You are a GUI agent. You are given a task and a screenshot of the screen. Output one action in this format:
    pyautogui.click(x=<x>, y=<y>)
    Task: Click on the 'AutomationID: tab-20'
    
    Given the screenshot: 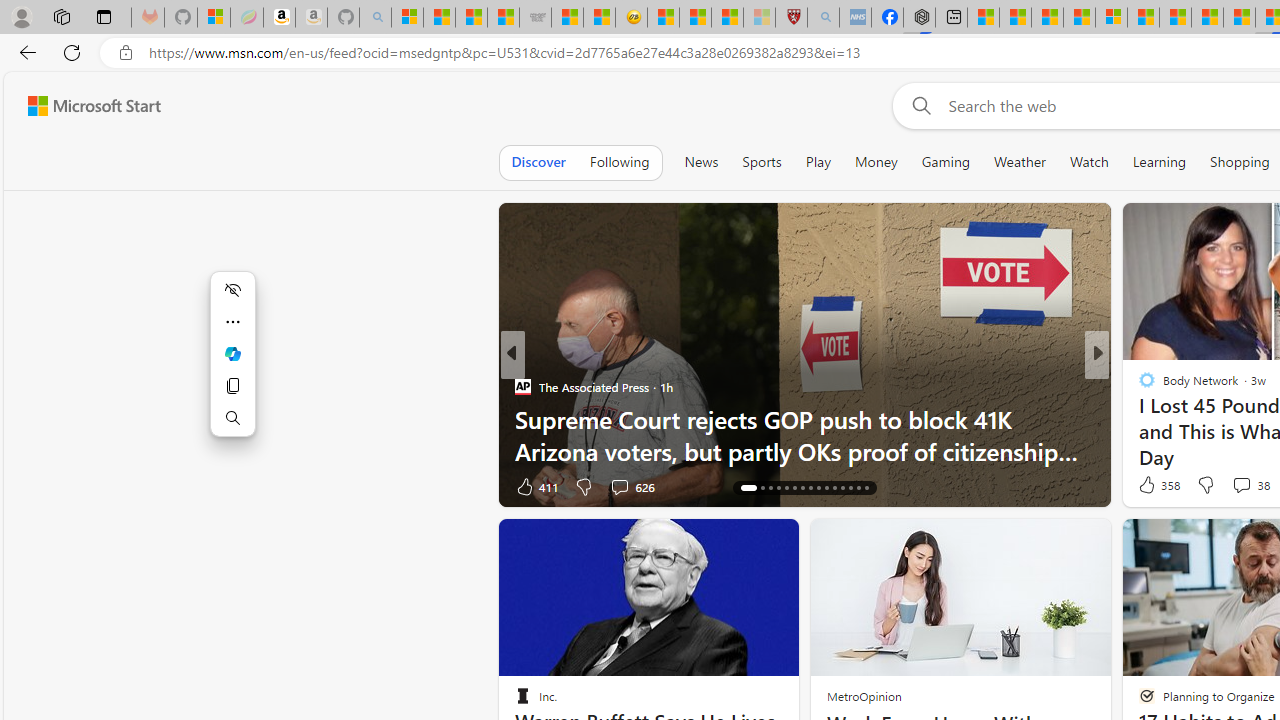 What is the action you would take?
    pyautogui.click(x=785, y=488)
    